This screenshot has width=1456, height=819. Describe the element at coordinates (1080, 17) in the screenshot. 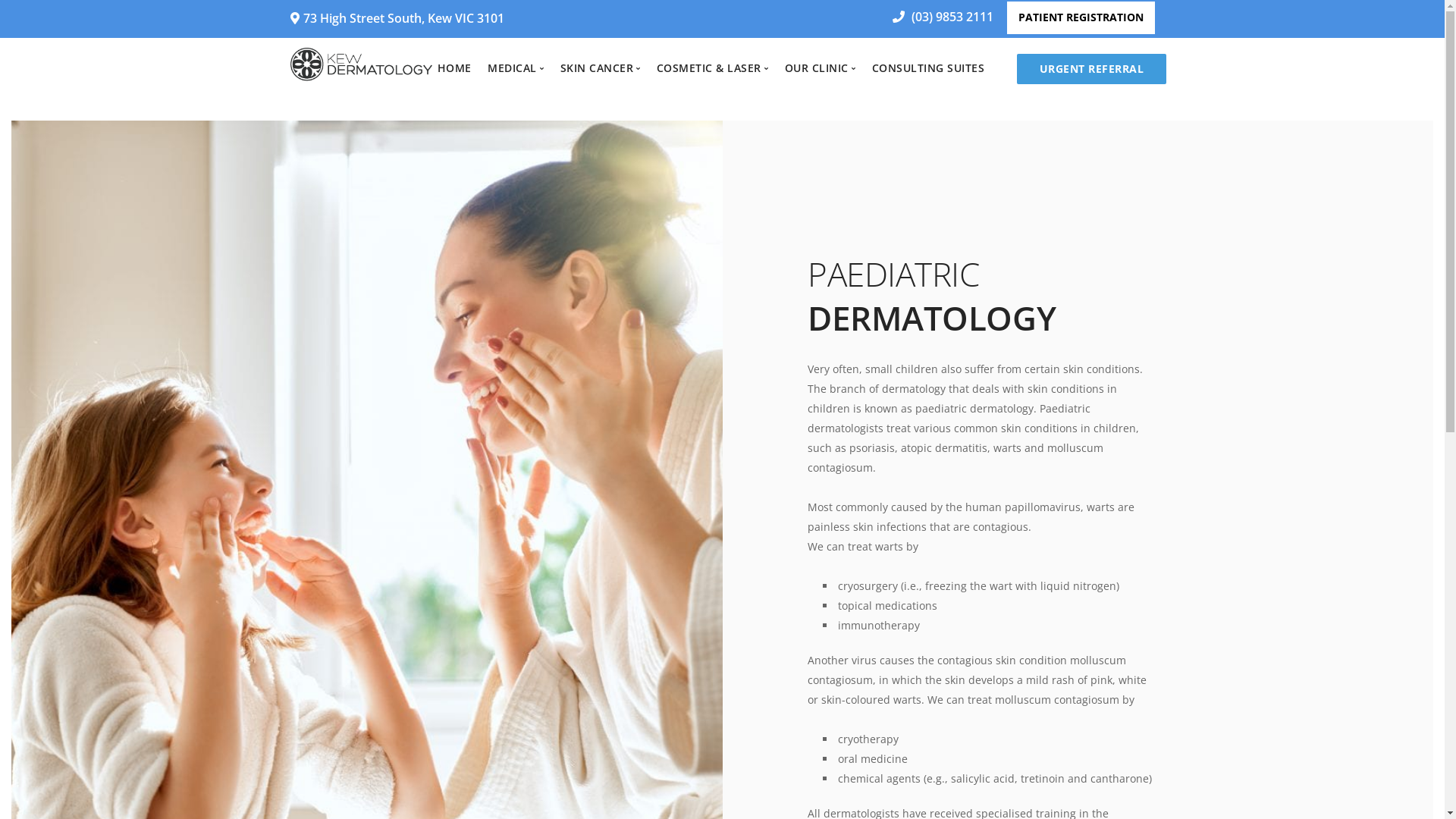

I see `'PATIENT REGISTRATION'` at that location.